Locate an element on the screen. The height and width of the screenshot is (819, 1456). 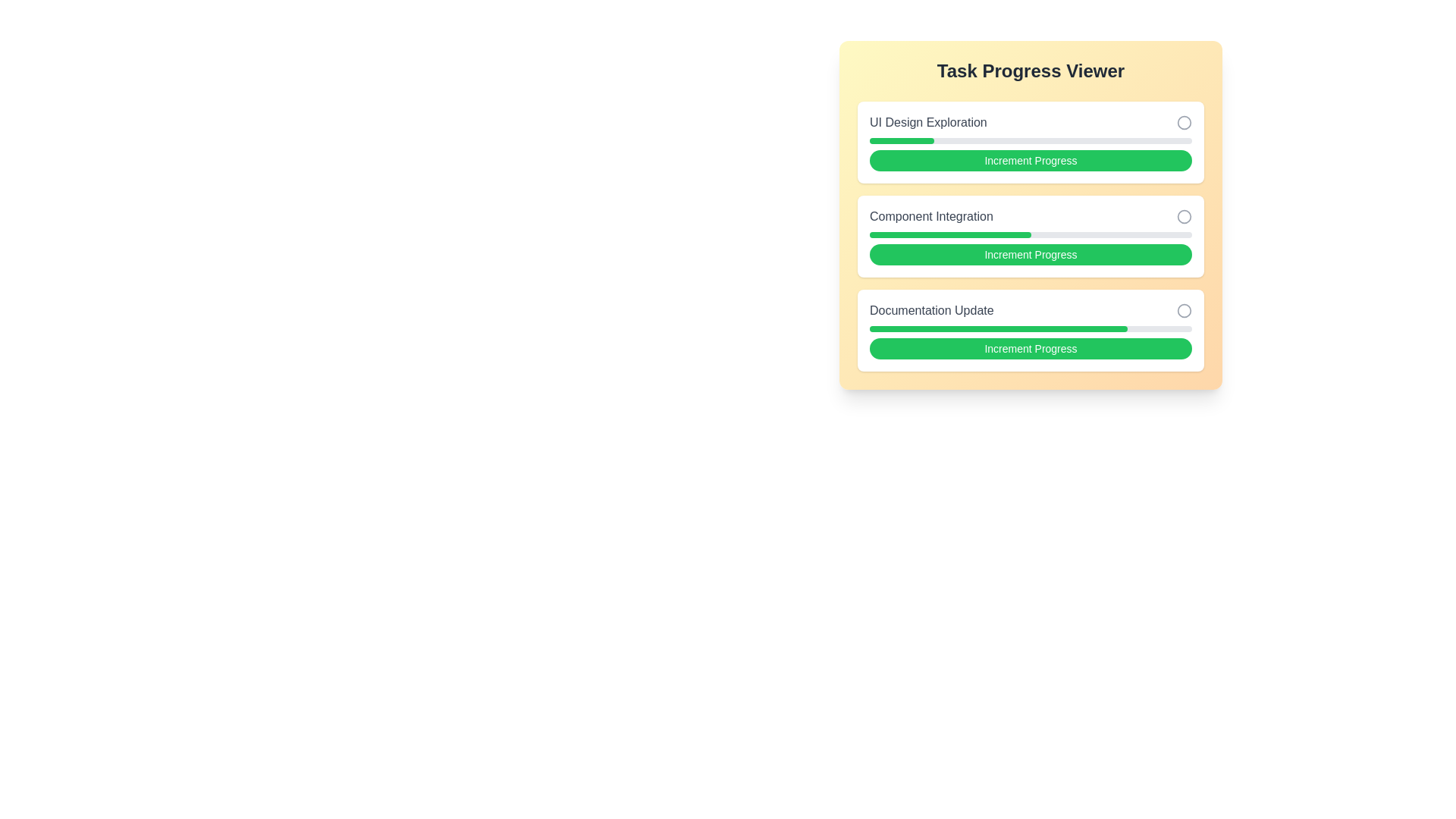
the Circle SVG component located in the 'Task Progress Viewer' section, adjacent to the progress bar of the 'Component Integration' task row is located at coordinates (1183, 216).